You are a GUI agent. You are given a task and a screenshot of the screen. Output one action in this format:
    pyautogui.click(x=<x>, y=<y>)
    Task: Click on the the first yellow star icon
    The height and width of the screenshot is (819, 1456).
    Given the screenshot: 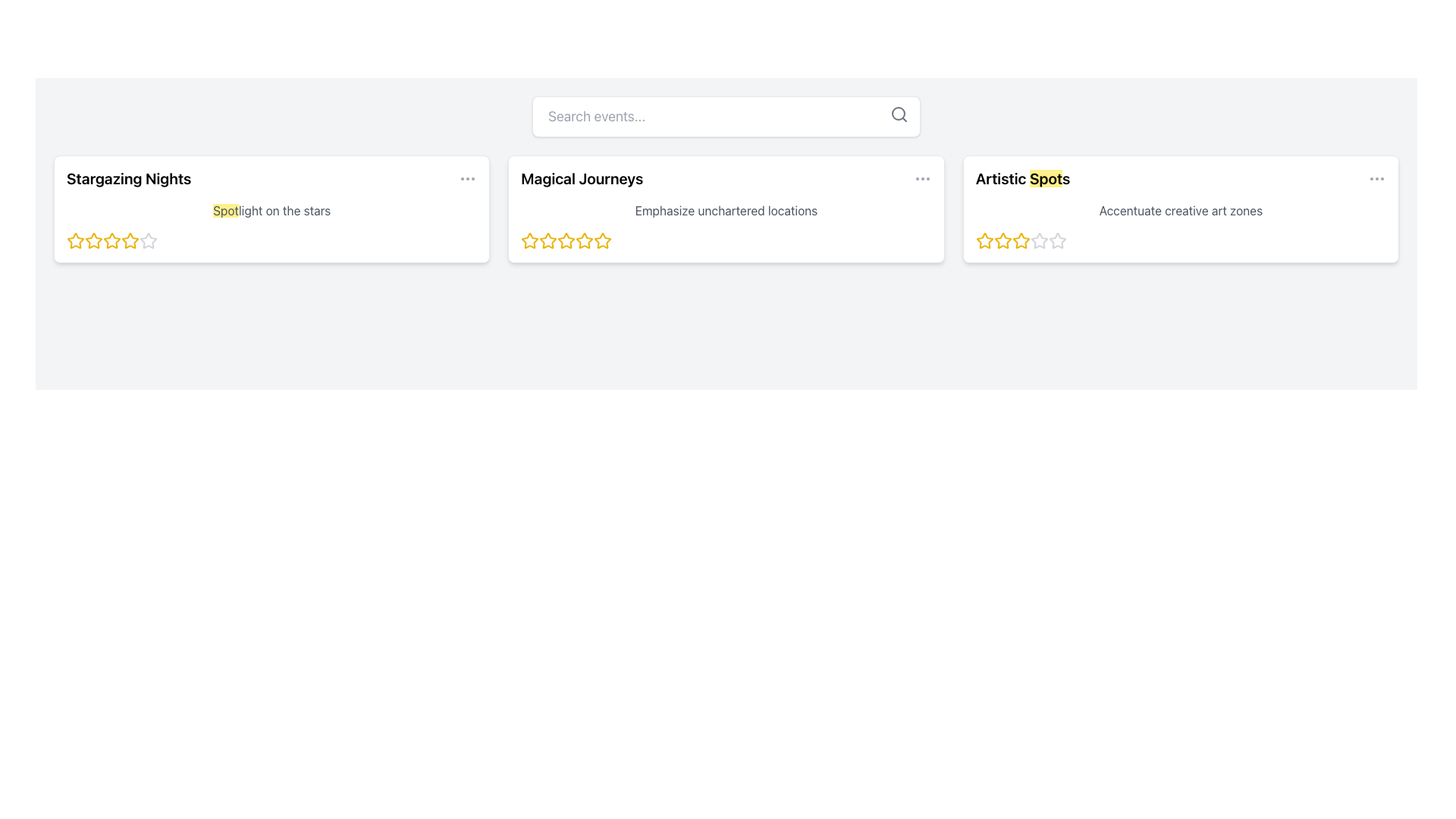 What is the action you would take?
    pyautogui.click(x=530, y=240)
    